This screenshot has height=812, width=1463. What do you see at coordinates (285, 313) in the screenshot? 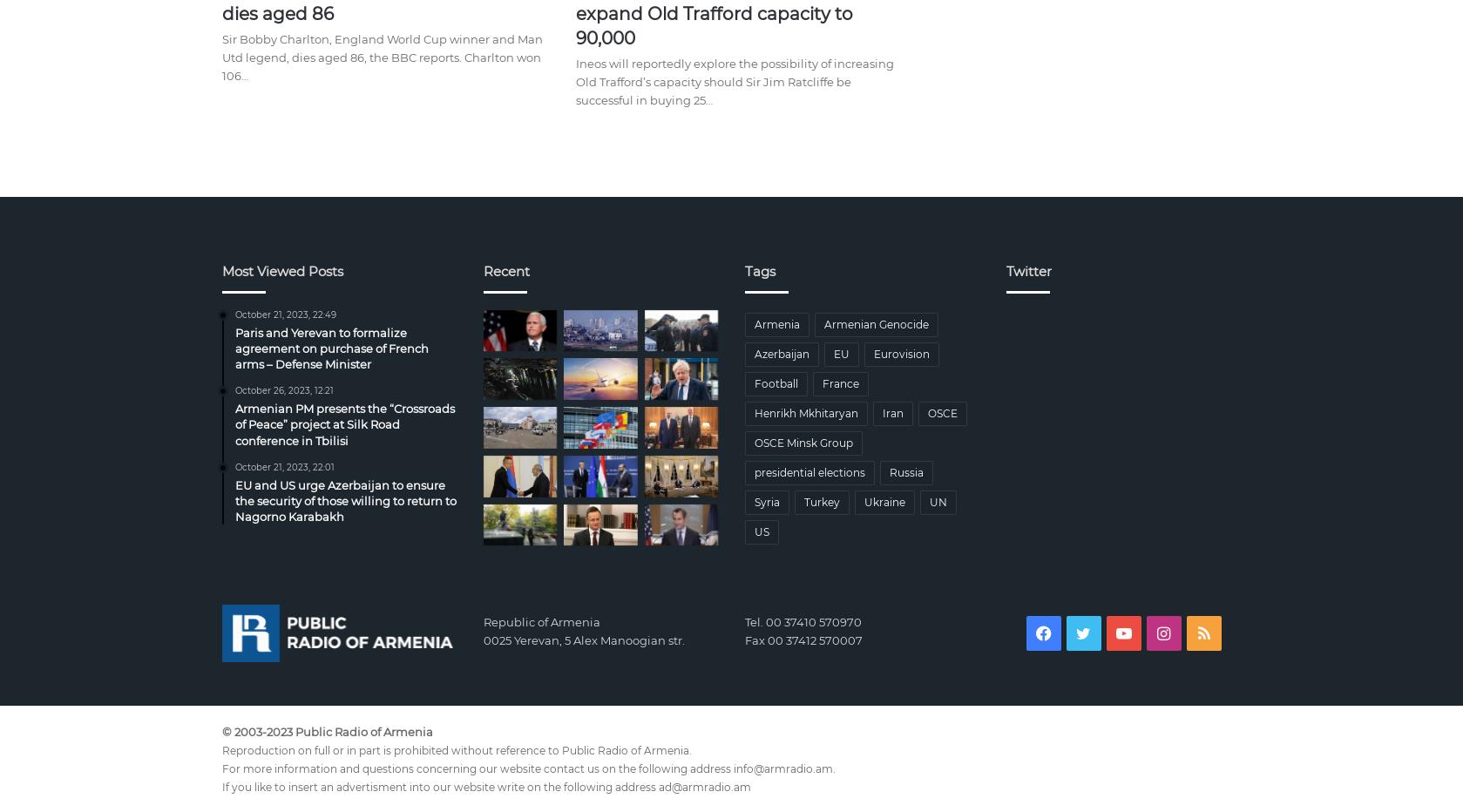
I see `'October 21, 2023, 22:49'` at bounding box center [285, 313].